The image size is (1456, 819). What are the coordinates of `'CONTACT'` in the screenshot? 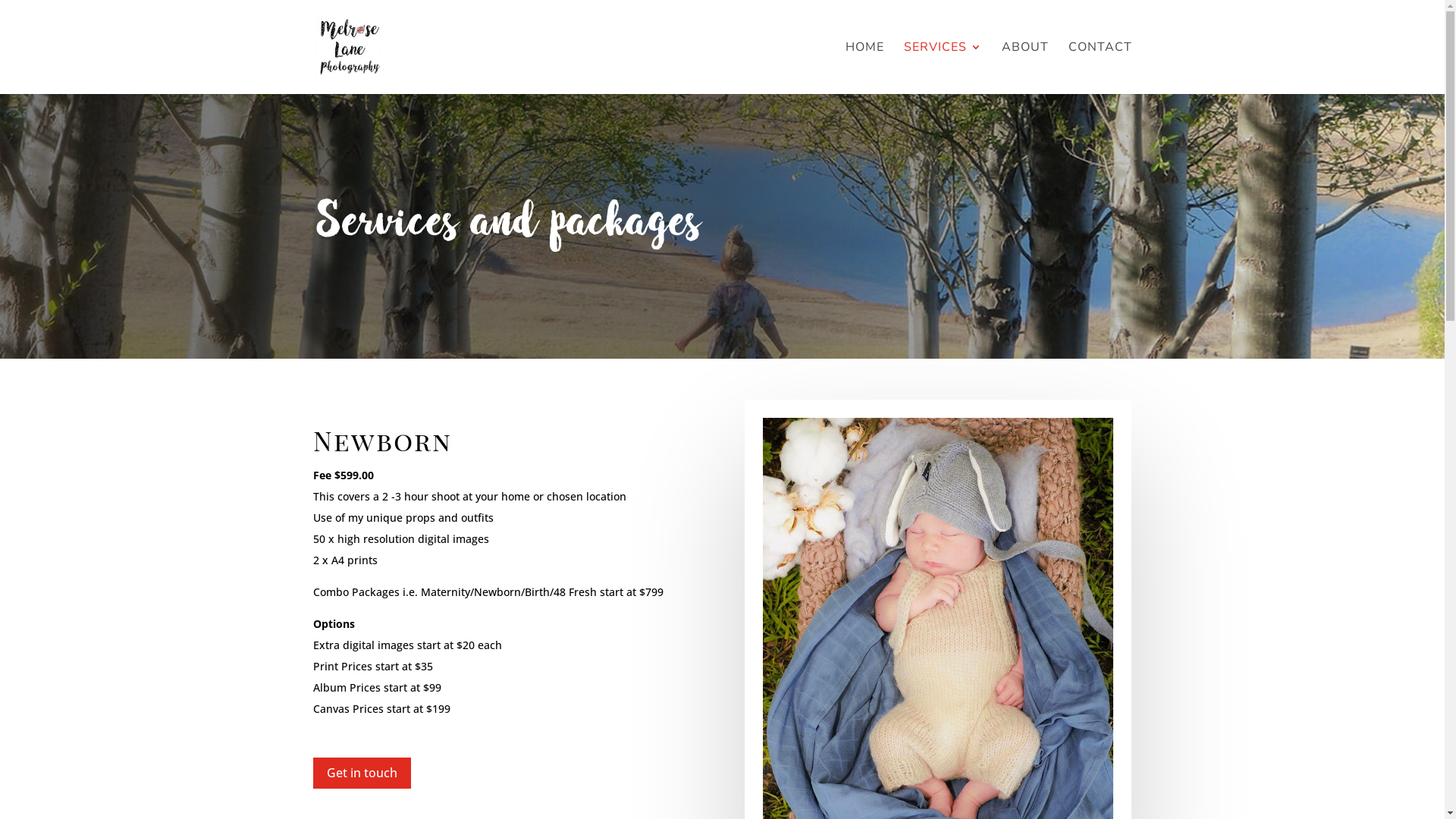 It's located at (1066, 67).